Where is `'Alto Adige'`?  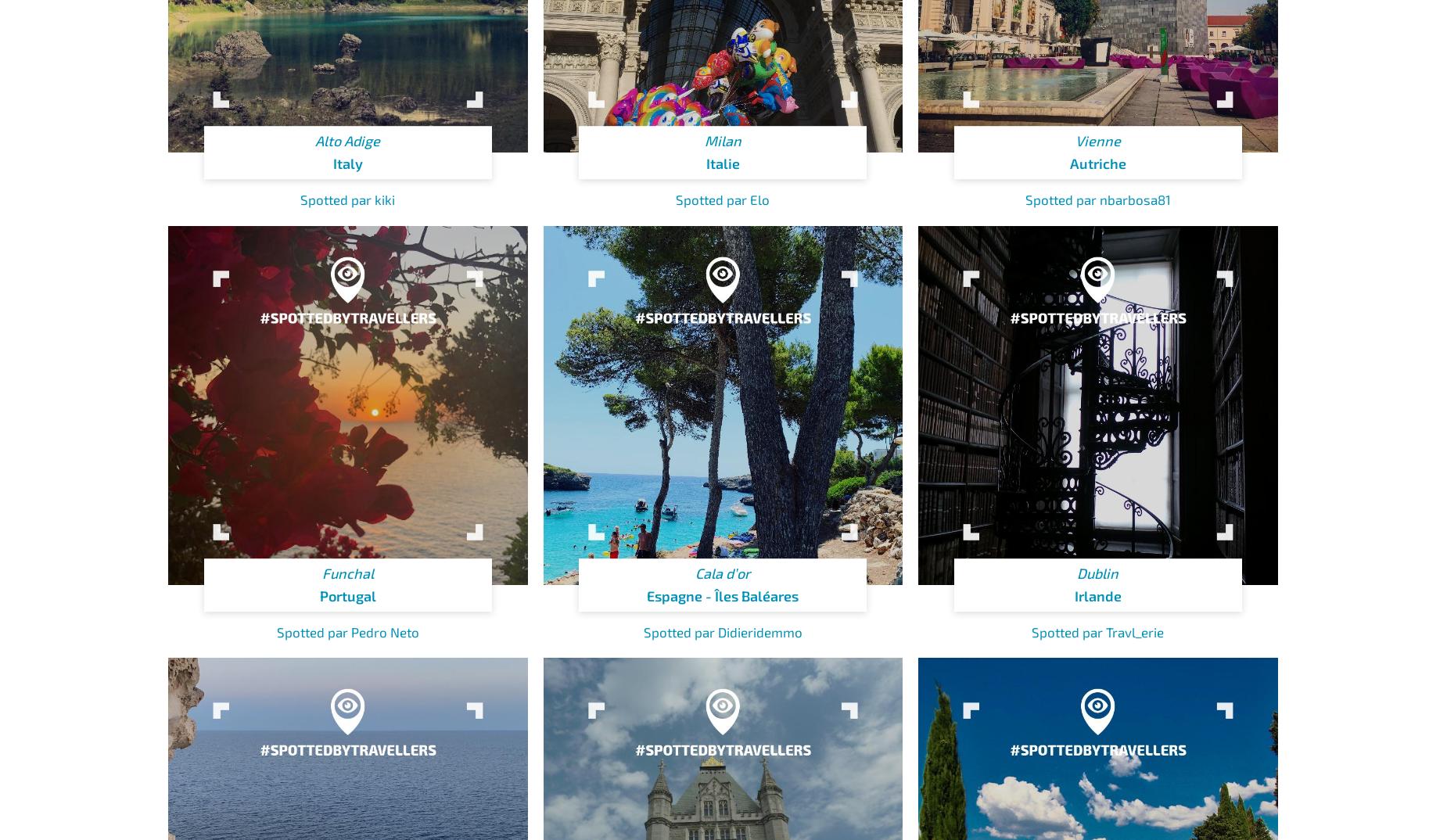
'Alto Adige' is located at coordinates (314, 141).